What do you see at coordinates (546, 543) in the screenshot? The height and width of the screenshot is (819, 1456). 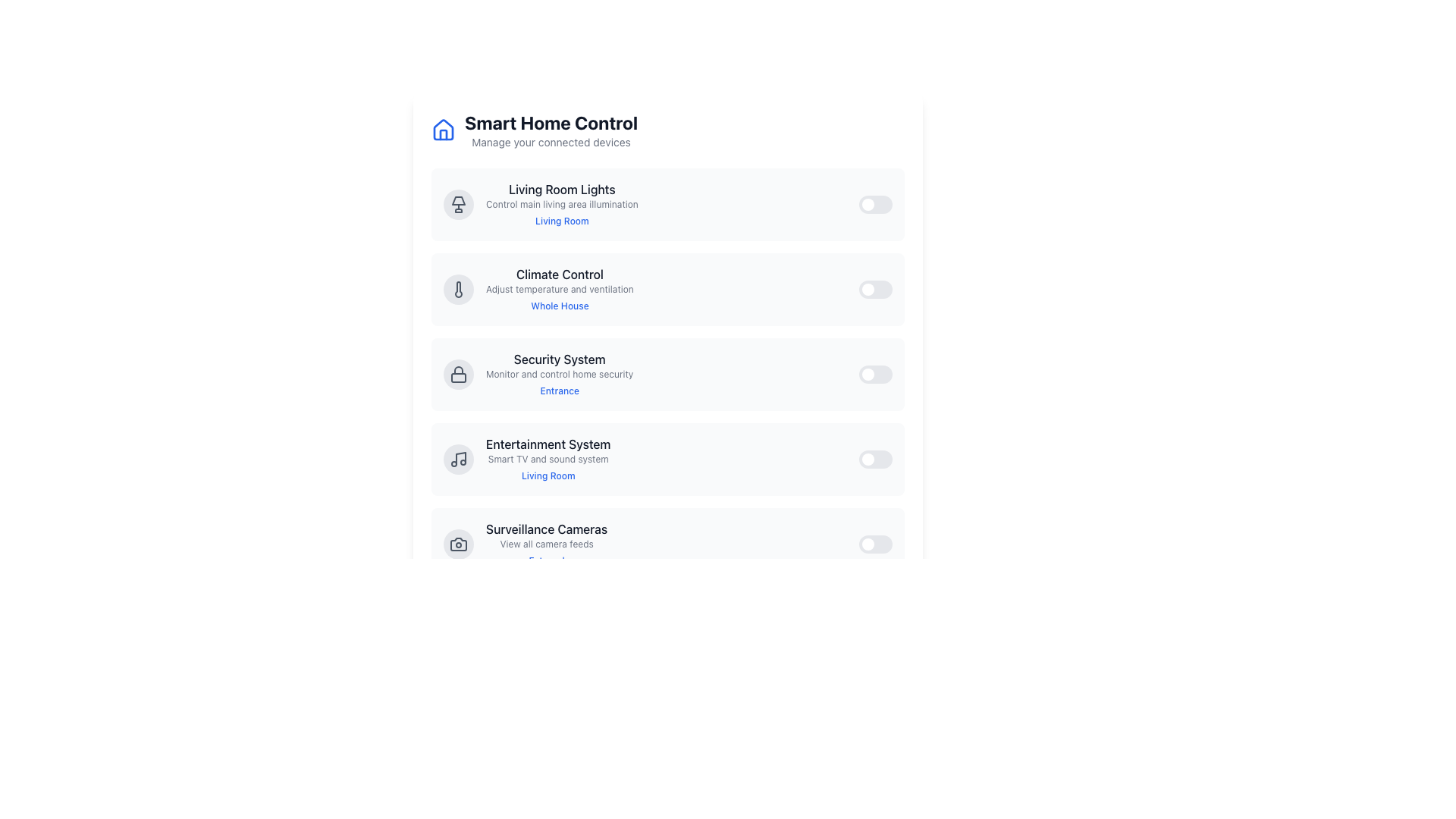 I see `the hyperlink labeled 'External' in the informative text block about surveillance cameras` at bounding box center [546, 543].